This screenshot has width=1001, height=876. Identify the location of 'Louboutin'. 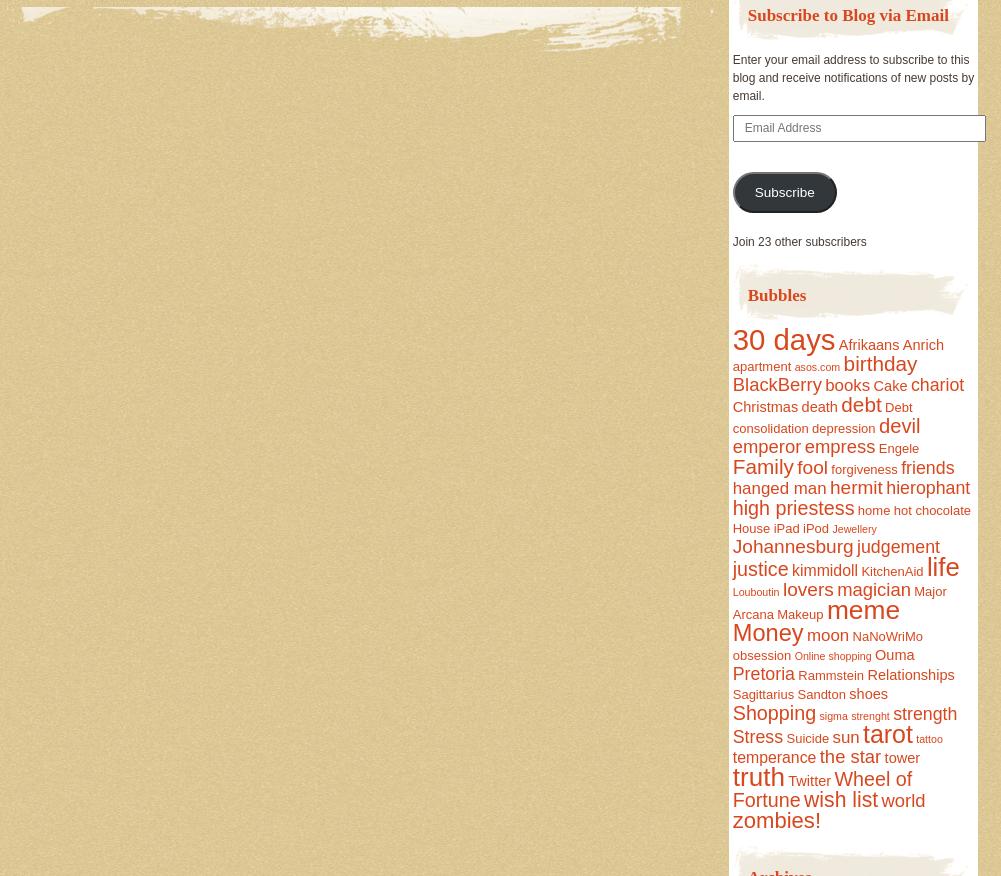
(755, 590).